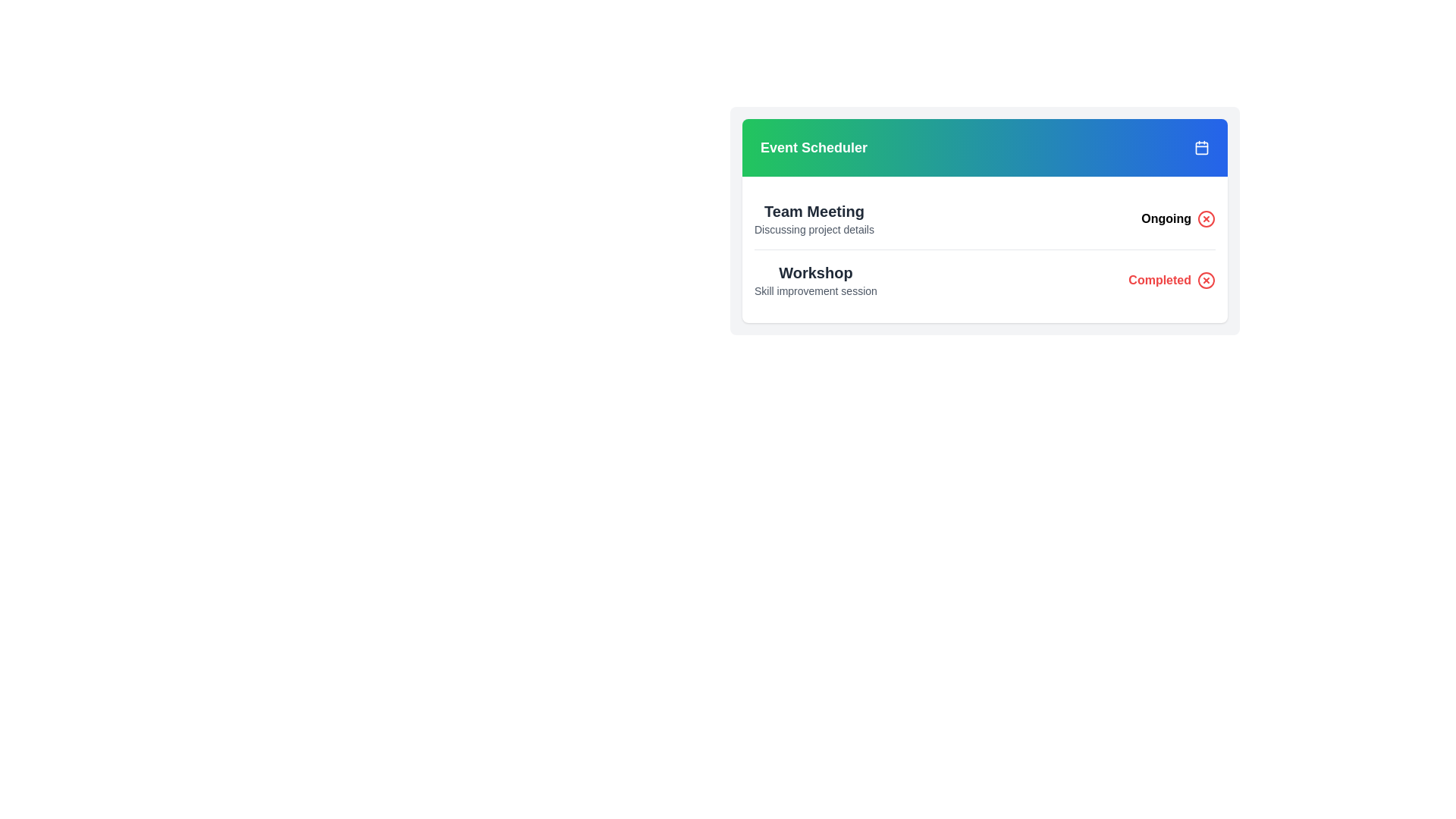 This screenshot has height=819, width=1456. Describe the element at coordinates (814, 291) in the screenshot. I see `the text label that provides additional information for the 'Workshop' event, located beneath the bold title 'Workshop' in the bottom-left corner of the event listing card` at that location.